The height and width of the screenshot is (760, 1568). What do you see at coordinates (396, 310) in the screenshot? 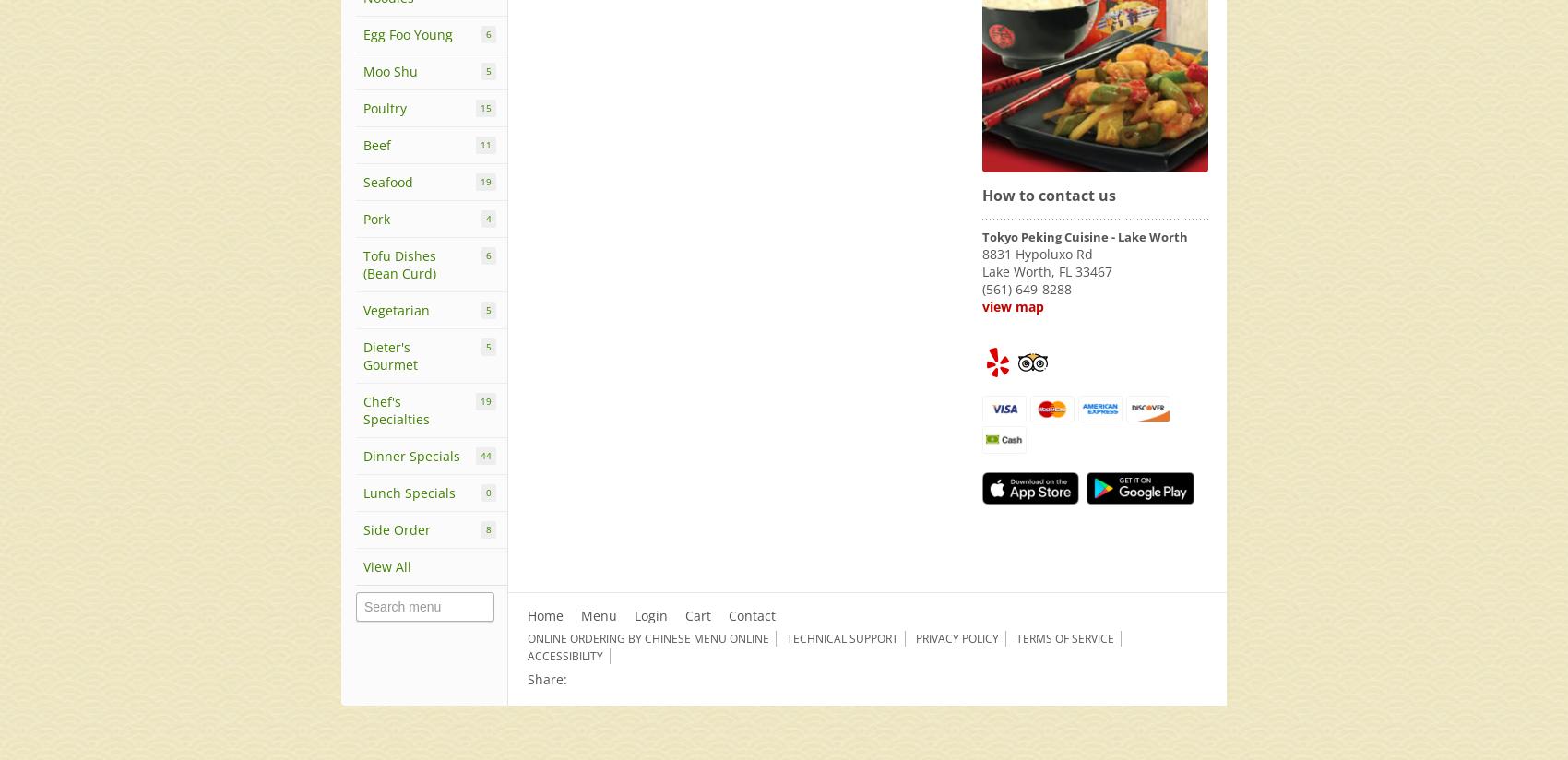
I see `'Vegetarian'` at bounding box center [396, 310].